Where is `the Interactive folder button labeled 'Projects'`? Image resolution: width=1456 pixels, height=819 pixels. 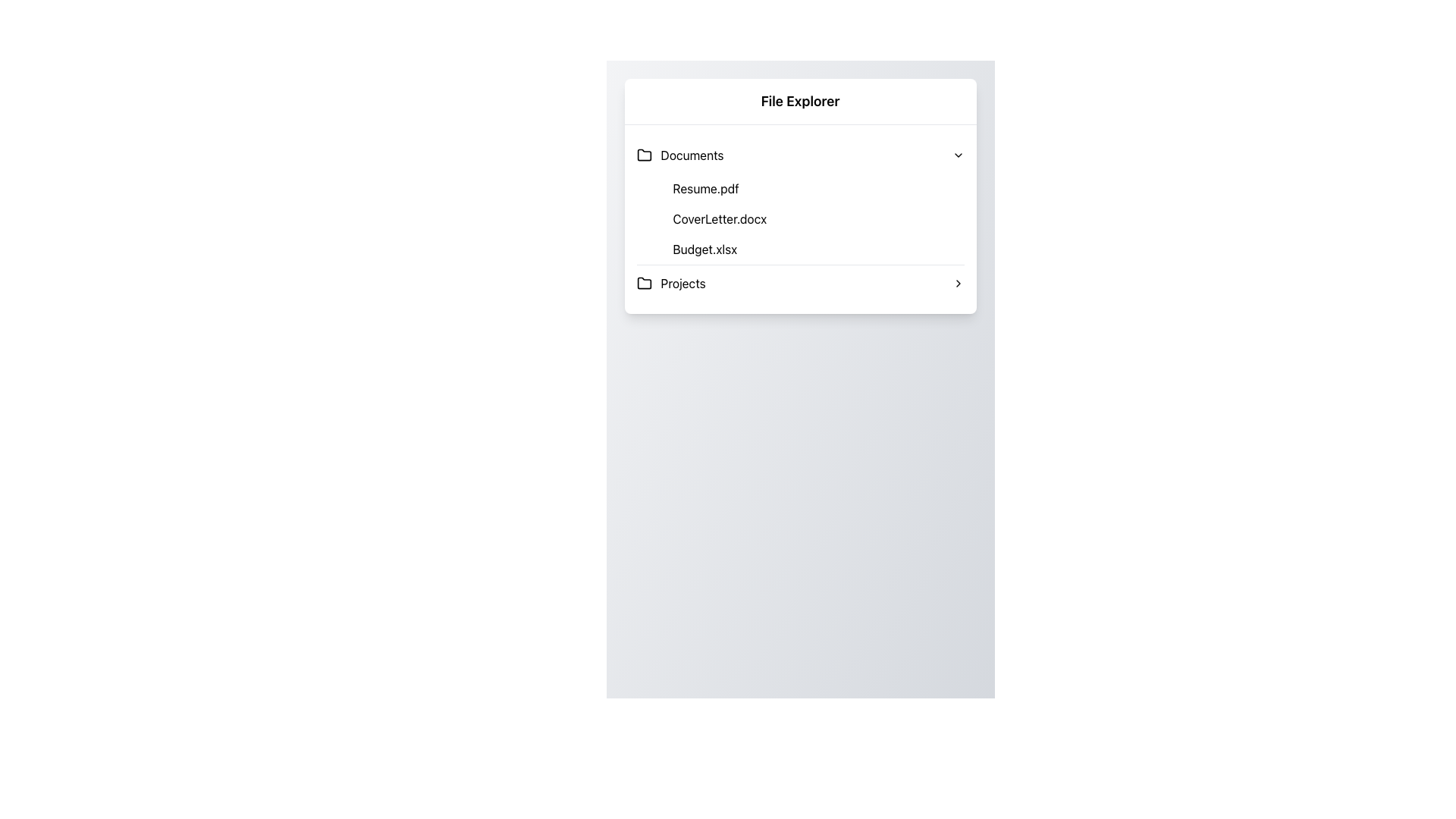 the Interactive folder button labeled 'Projects' is located at coordinates (670, 284).